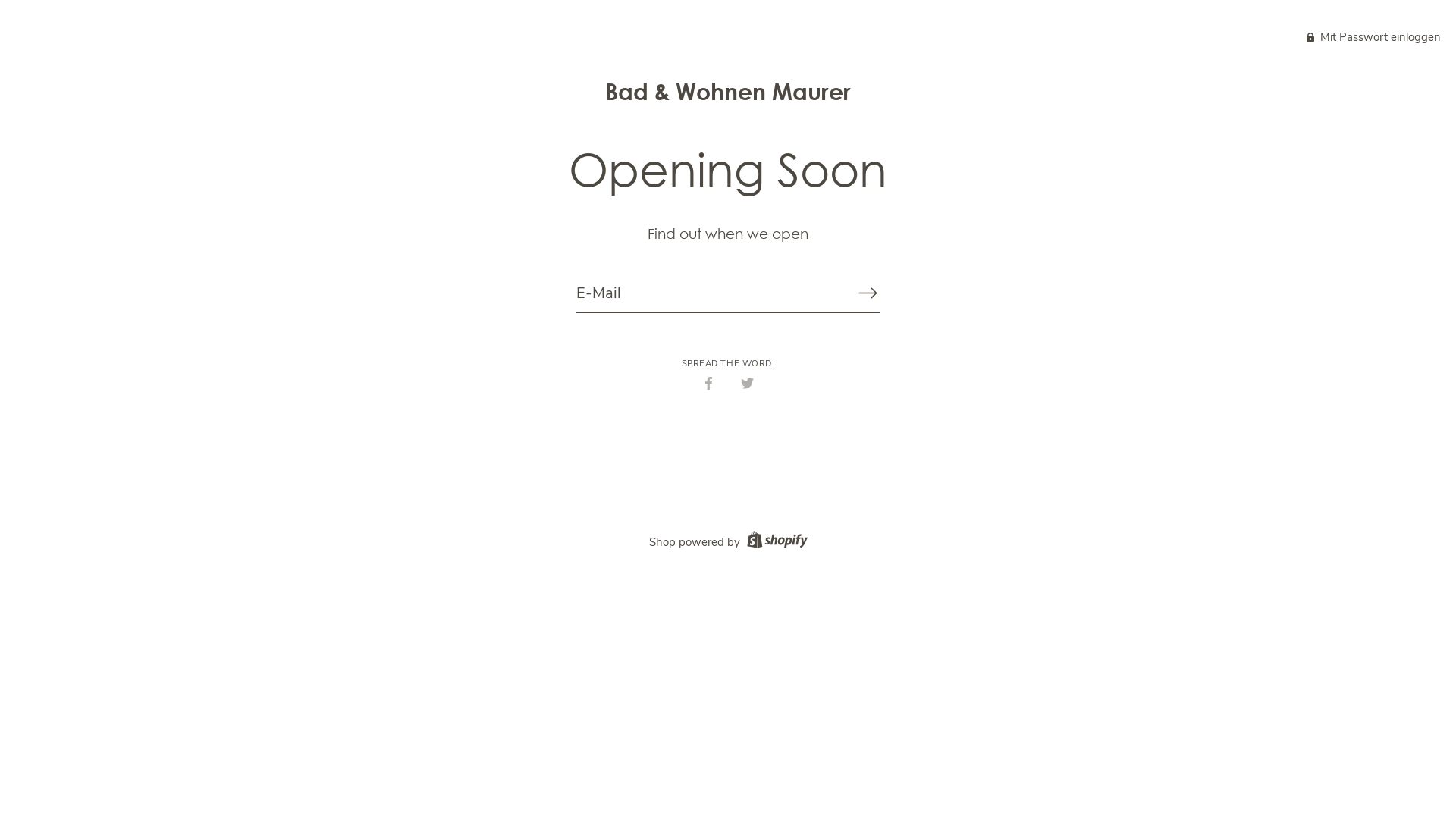  What do you see at coordinates (747, 381) in the screenshot?
I see `'Twittern'` at bounding box center [747, 381].